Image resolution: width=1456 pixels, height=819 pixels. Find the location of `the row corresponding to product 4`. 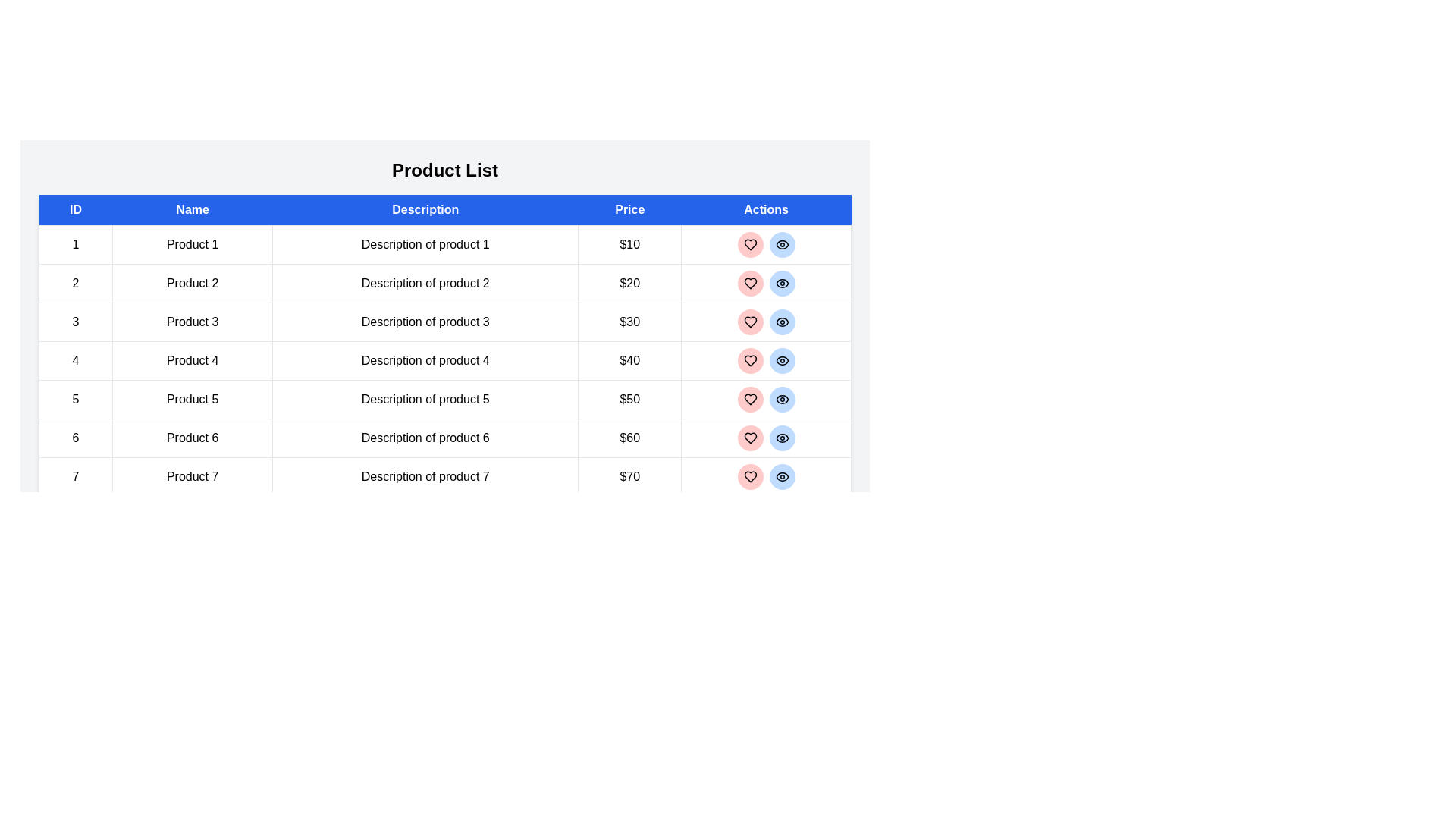

the row corresponding to product 4 is located at coordinates (444, 360).